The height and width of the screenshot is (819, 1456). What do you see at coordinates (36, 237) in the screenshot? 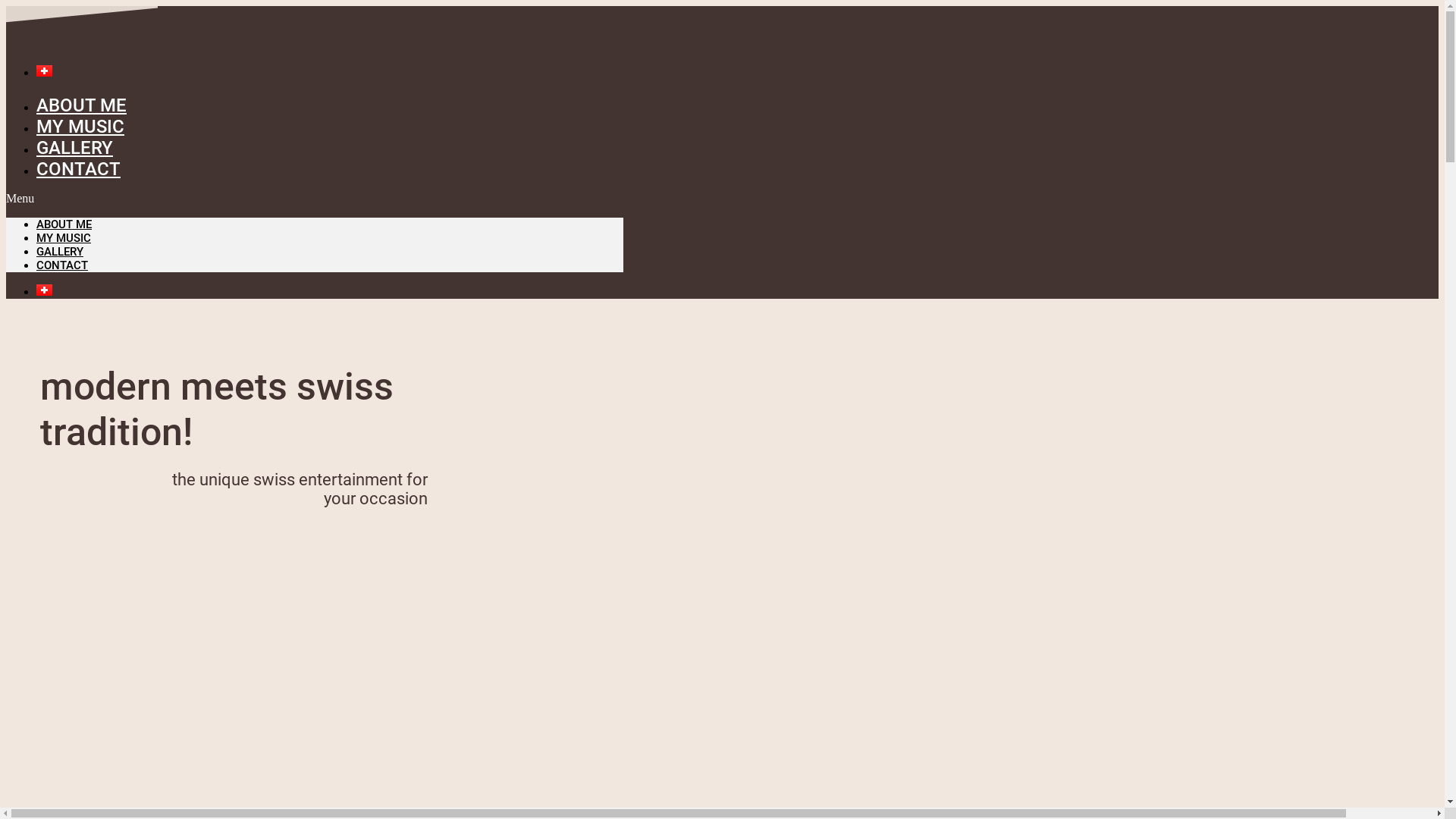
I see `'MY MUSIC'` at bounding box center [36, 237].